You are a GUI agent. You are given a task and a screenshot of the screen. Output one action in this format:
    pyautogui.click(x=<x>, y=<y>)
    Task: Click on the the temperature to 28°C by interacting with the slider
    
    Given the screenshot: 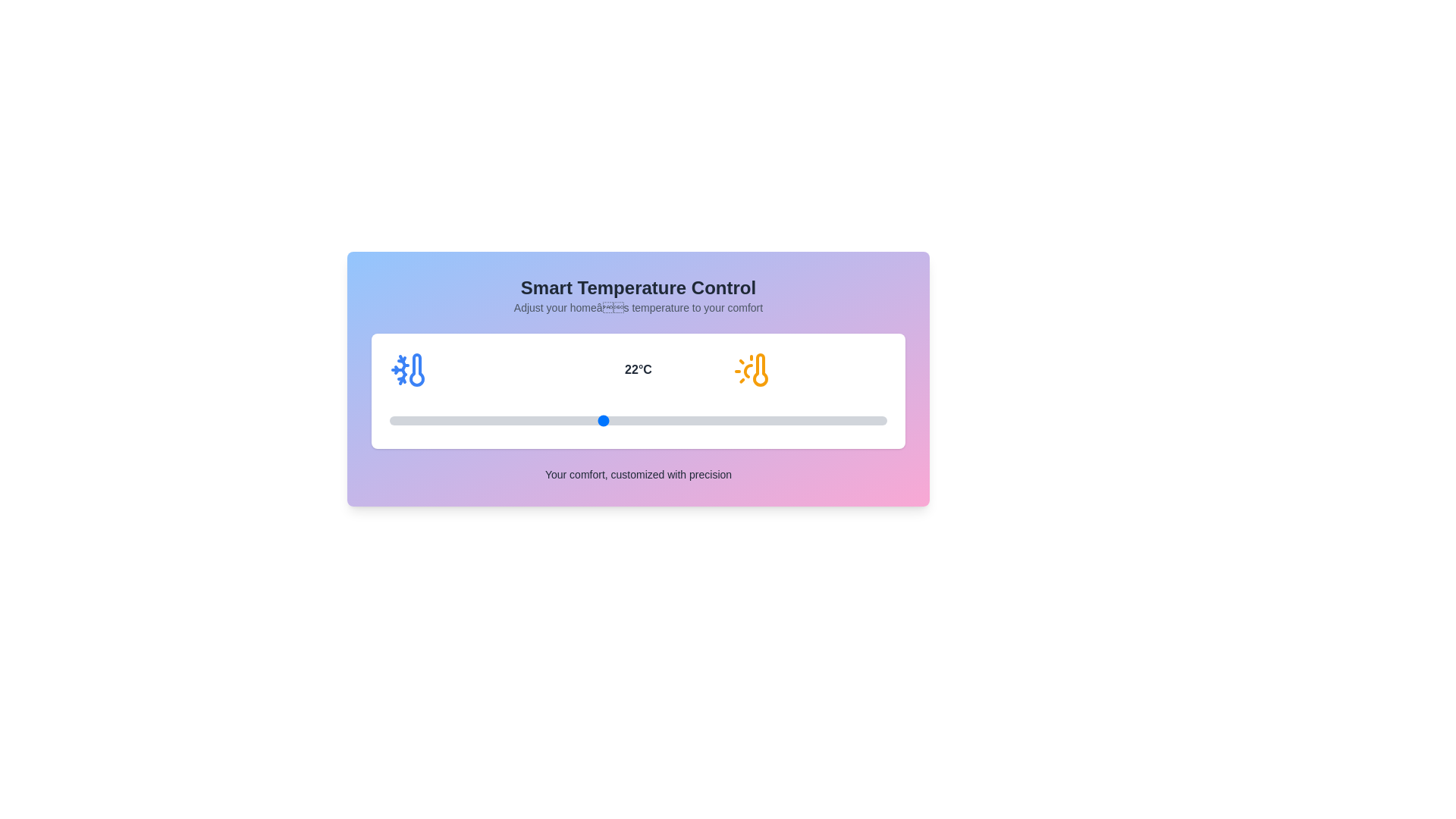 What is the action you would take?
    pyautogui.click(x=815, y=421)
    